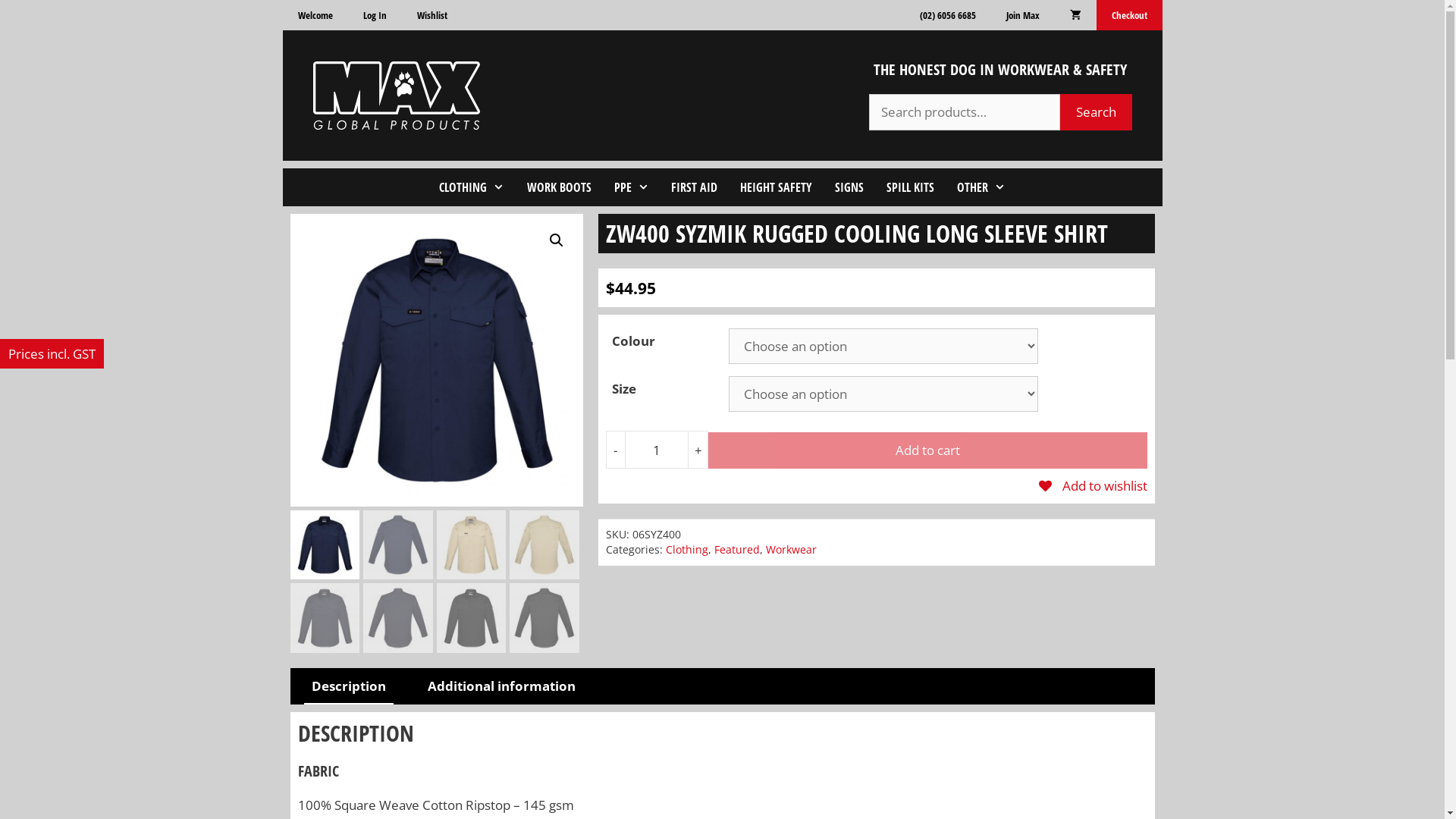 Image resolution: width=1456 pixels, height=819 pixels. What do you see at coordinates (698, 449) in the screenshot?
I see `'+'` at bounding box center [698, 449].